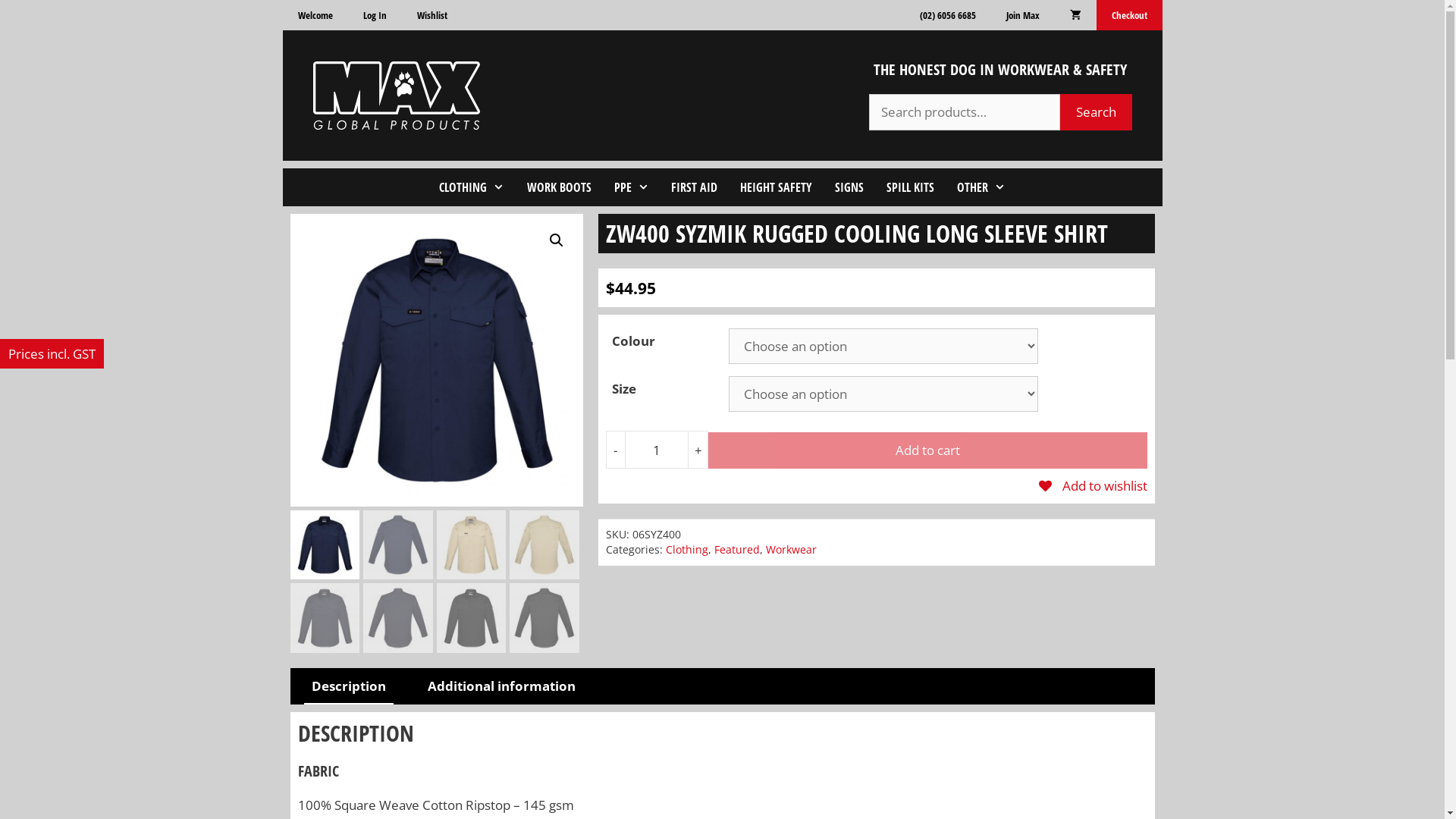 Image resolution: width=1456 pixels, height=819 pixels. What do you see at coordinates (698, 449) in the screenshot?
I see `'+'` at bounding box center [698, 449].